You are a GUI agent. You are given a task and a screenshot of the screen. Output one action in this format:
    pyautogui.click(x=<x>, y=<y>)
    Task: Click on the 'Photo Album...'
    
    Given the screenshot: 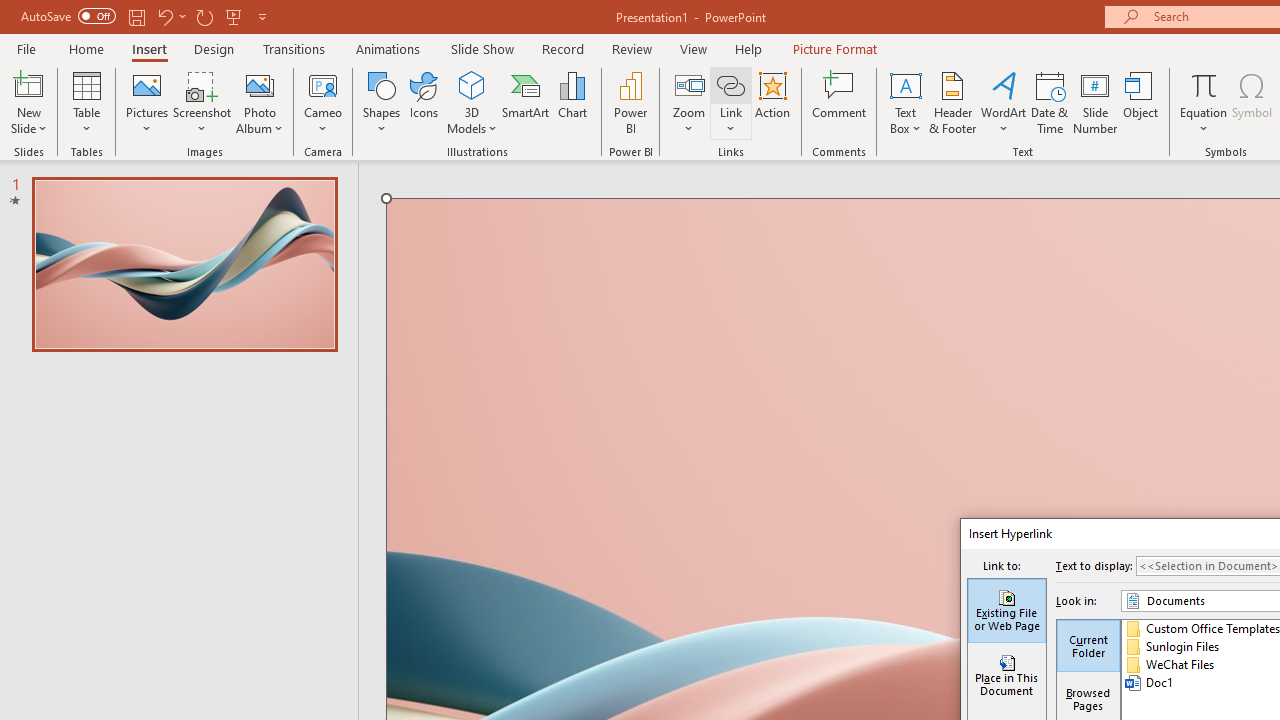 What is the action you would take?
    pyautogui.click(x=258, y=103)
    